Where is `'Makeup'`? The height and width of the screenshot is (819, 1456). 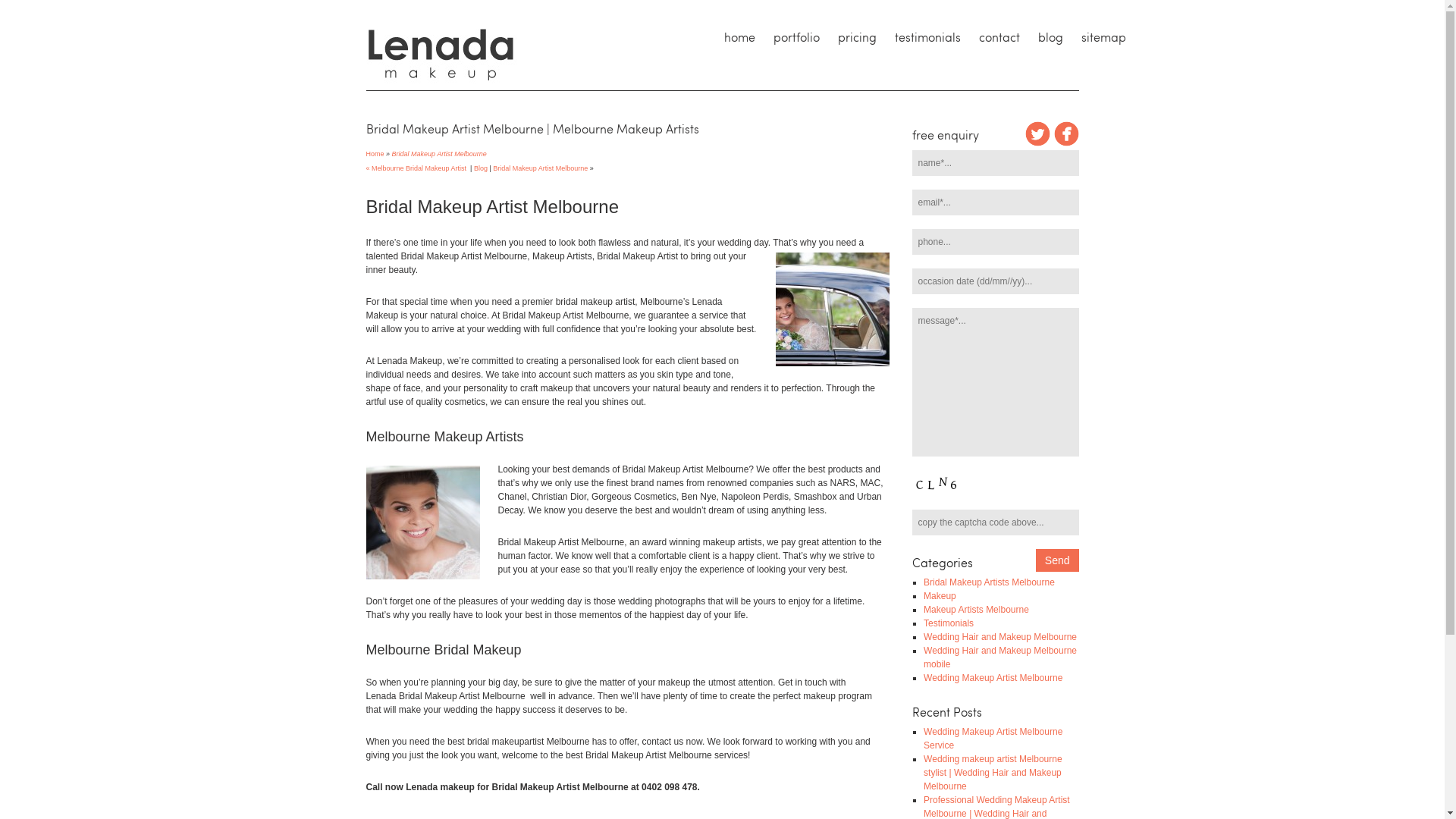 'Makeup' is located at coordinates (939, 595).